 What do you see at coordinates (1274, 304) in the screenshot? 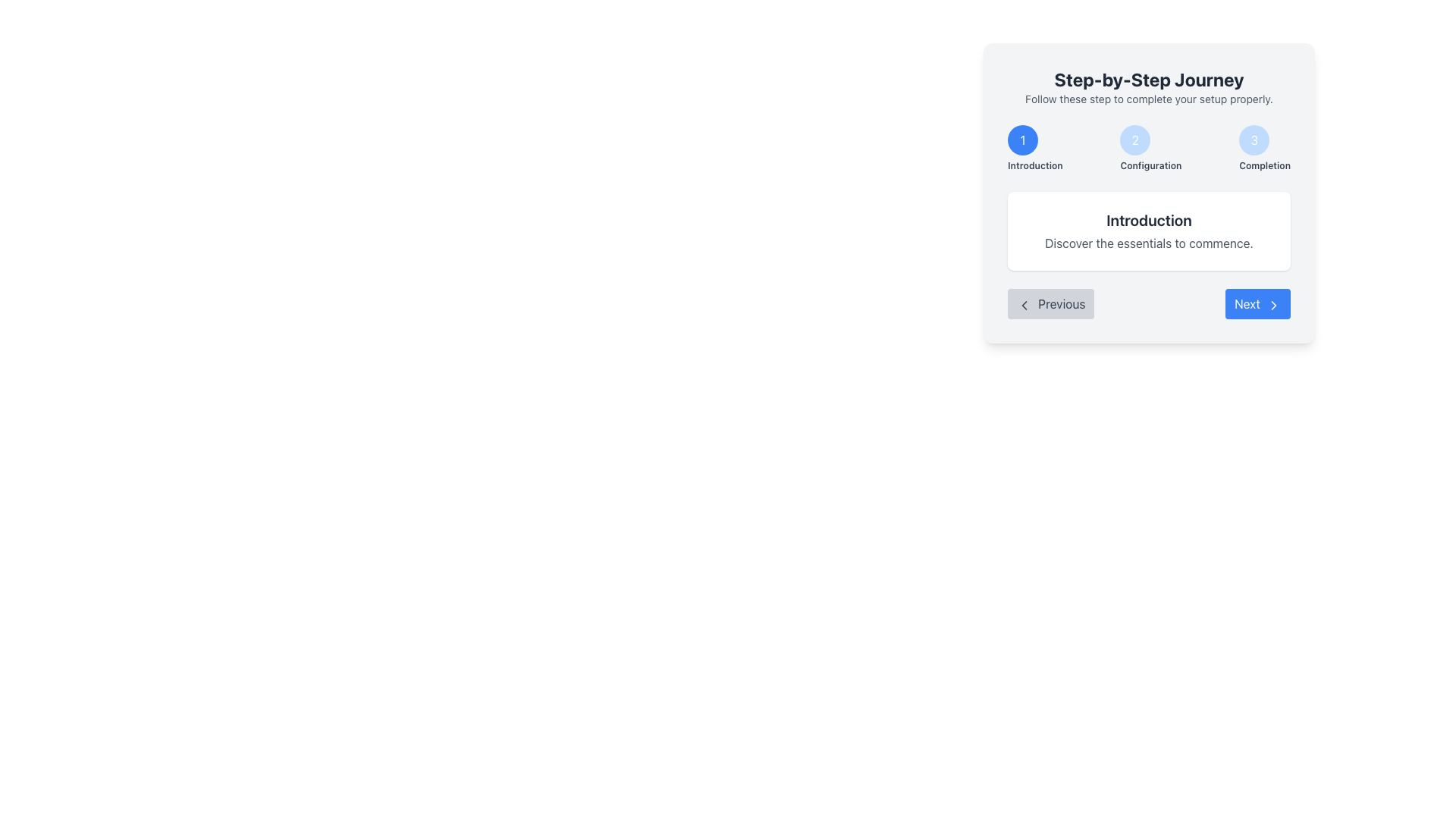
I see `the rightward-pointing chevron icon within the blue 'Next' button located at the bottom-right of the card` at bounding box center [1274, 304].